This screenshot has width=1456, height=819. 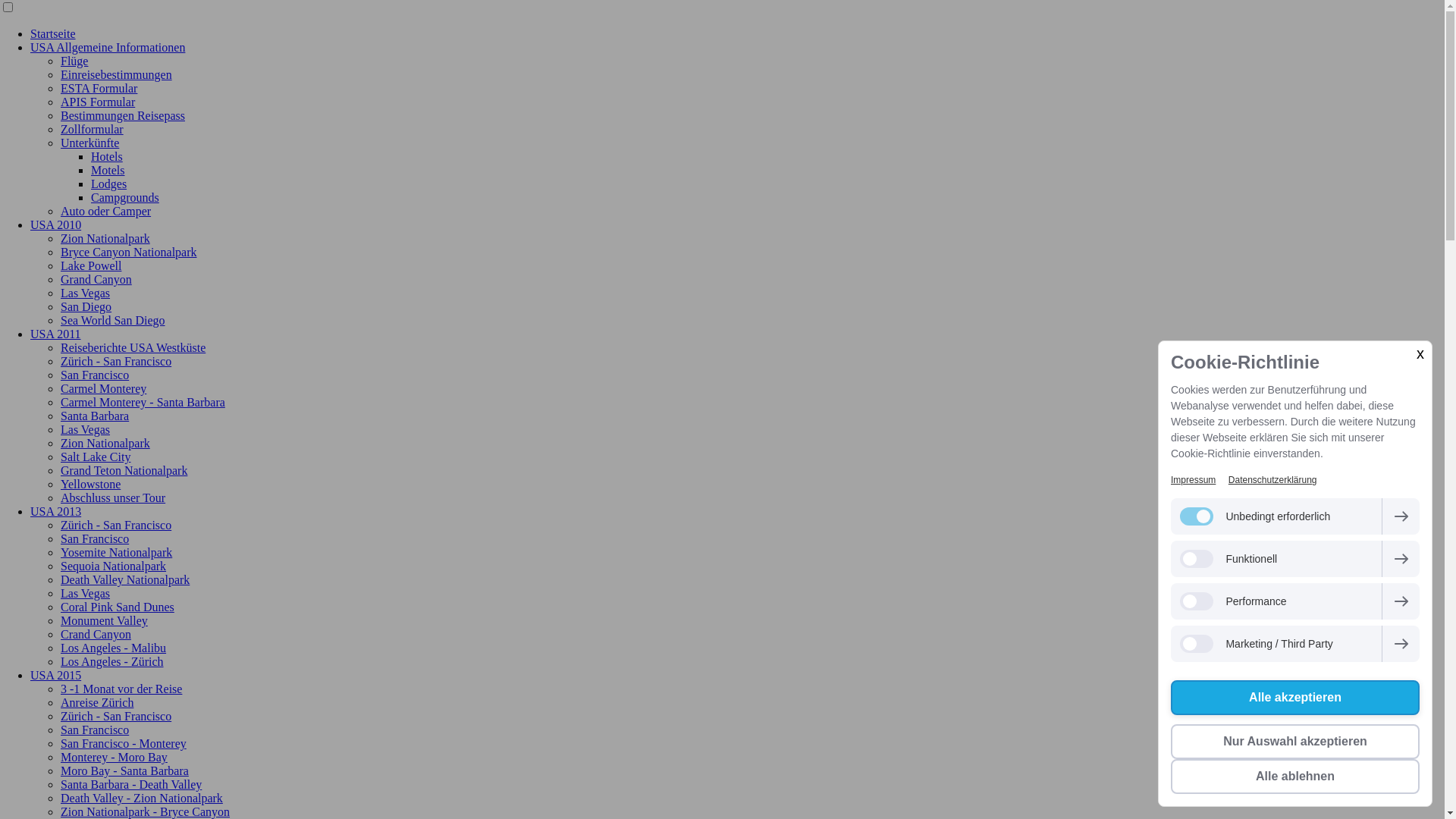 I want to click on 'Sea World San Diego', so click(x=61, y=319).